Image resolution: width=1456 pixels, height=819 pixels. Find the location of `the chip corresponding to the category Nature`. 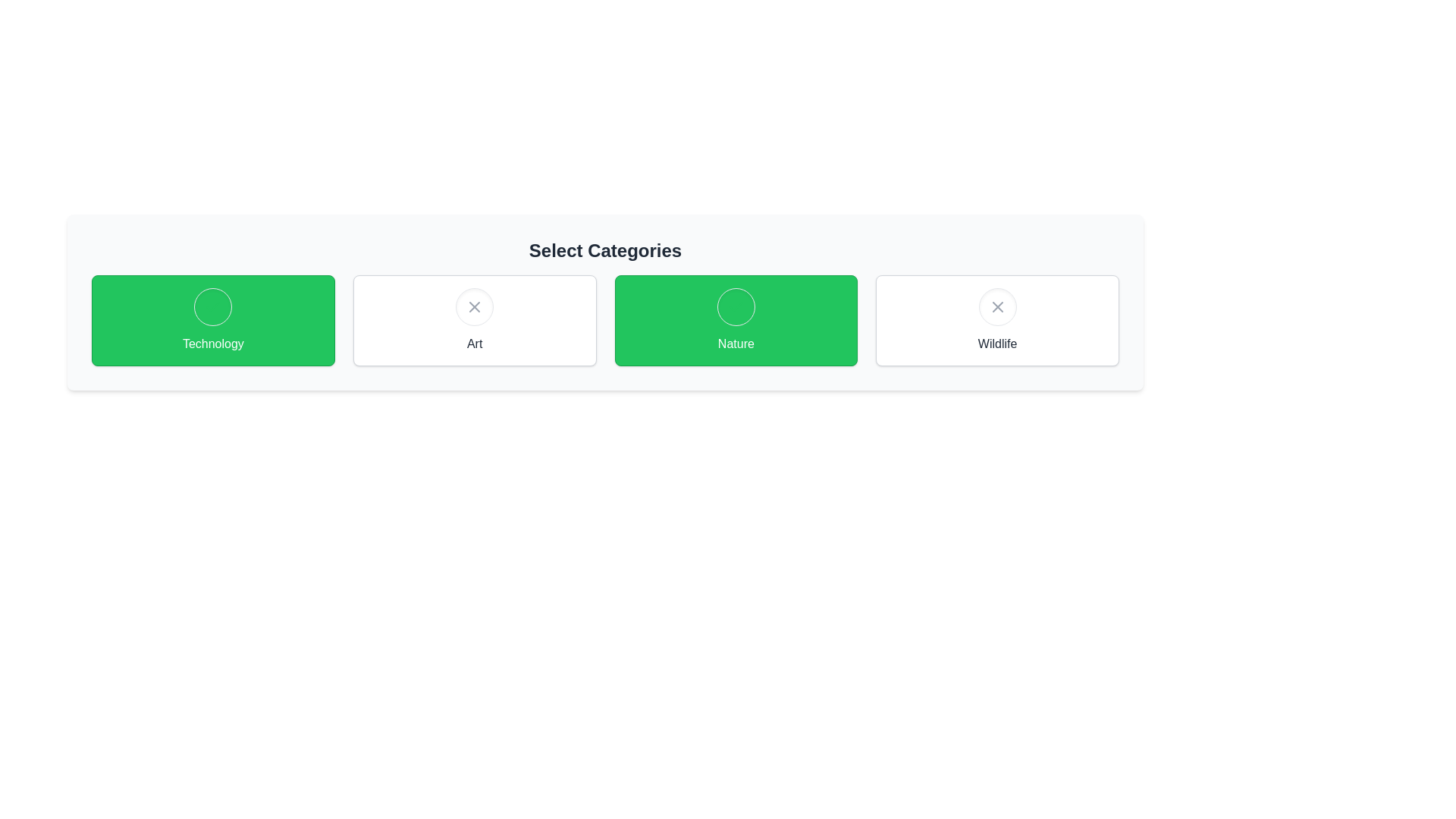

the chip corresponding to the category Nature is located at coordinates (736, 320).